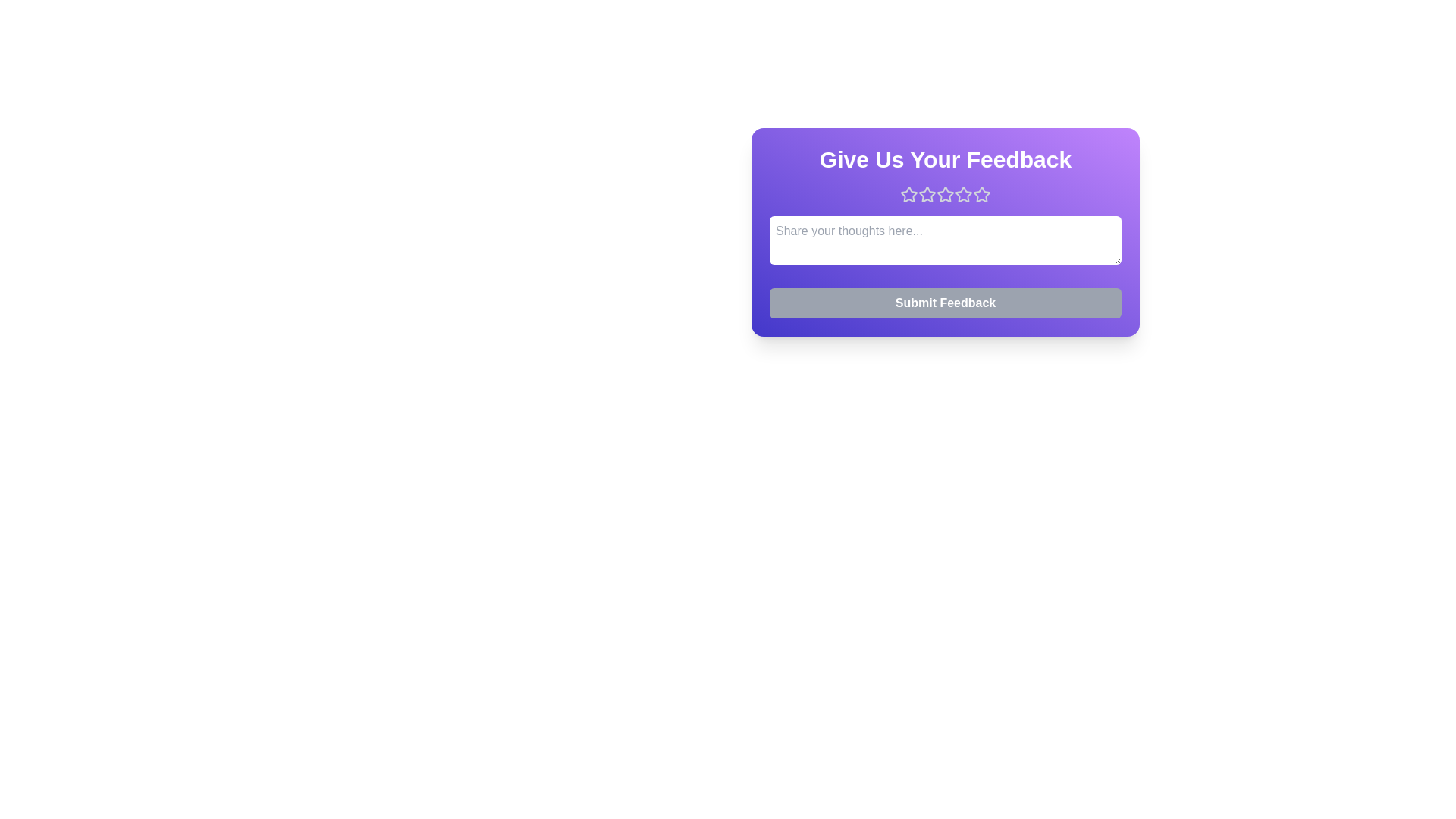  Describe the element at coordinates (909, 194) in the screenshot. I see `the star corresponding to the rating 1 to set the feedback score` at that location.